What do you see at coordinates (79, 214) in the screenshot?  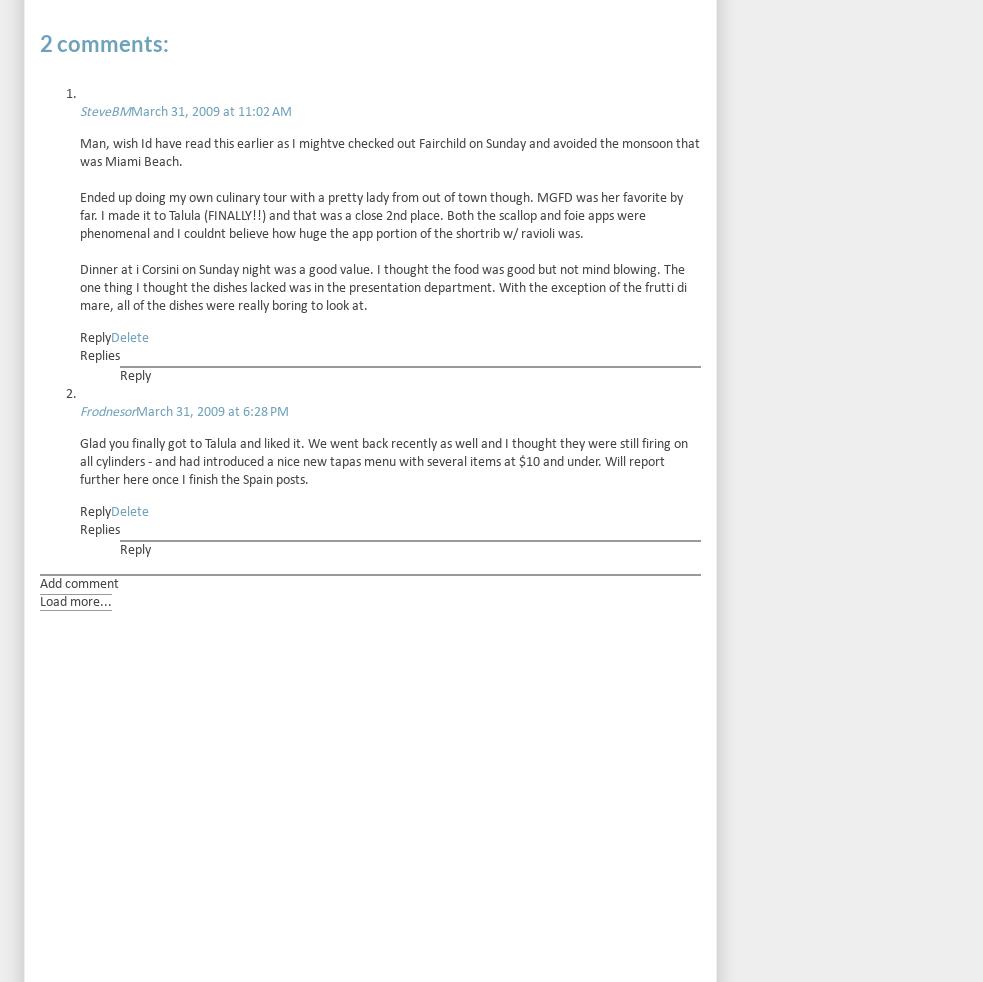 I see `'Ended up doing my own culinary tour with a pretty lady from out of town though.  MGFD was her favorite by far.  I made it to Talula (FINALLY!!) and that was a close 2nd place.  Both the scallop and foie apps were phenomenal and I couldnt believe how huge the app portion of the shortrib w/ ravioli was.'` at bounding box center [79, 214].